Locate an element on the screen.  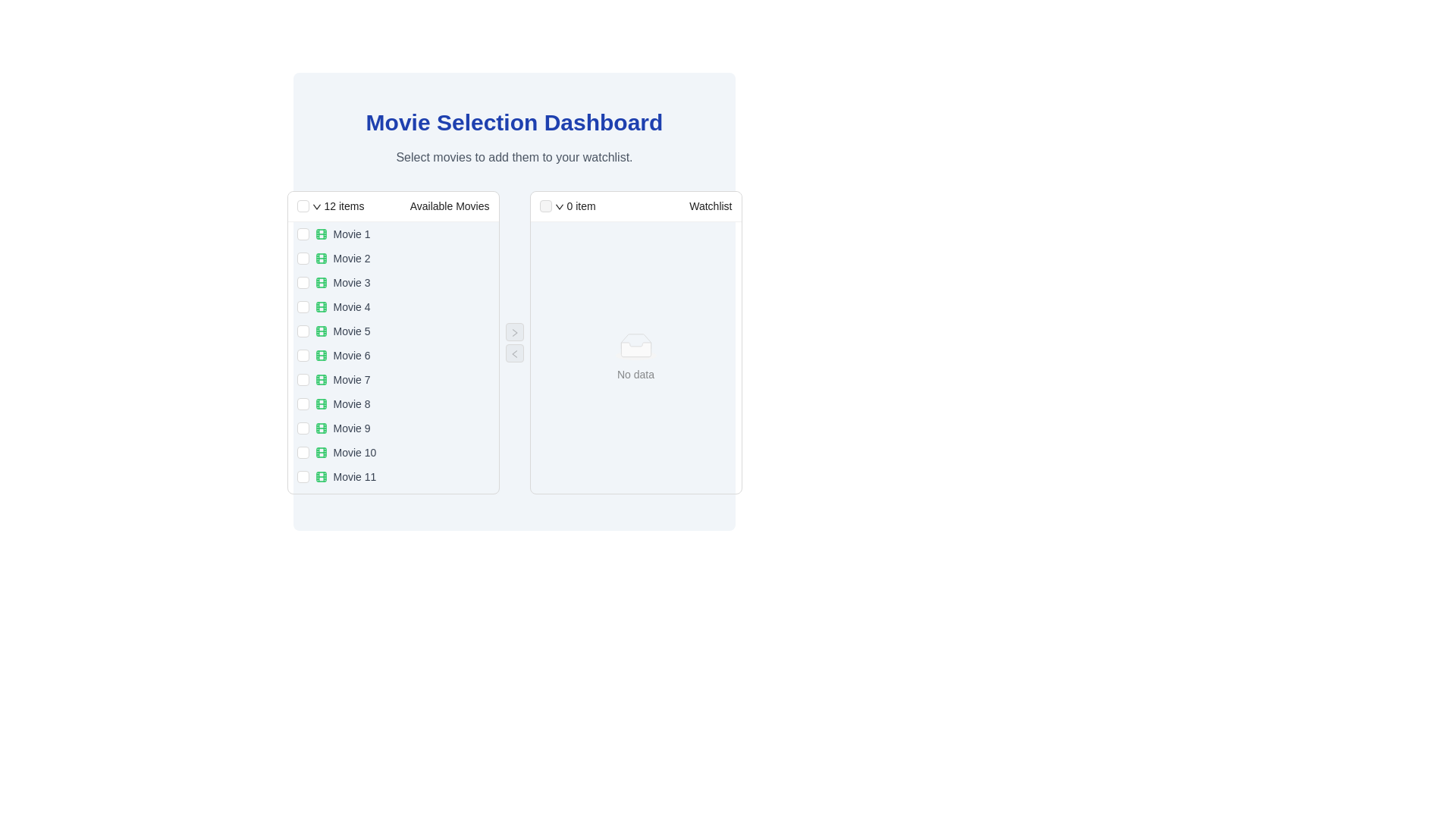
the text label for the eighth movie in the 'Available Movies' section is located at coordinates (351, 403).